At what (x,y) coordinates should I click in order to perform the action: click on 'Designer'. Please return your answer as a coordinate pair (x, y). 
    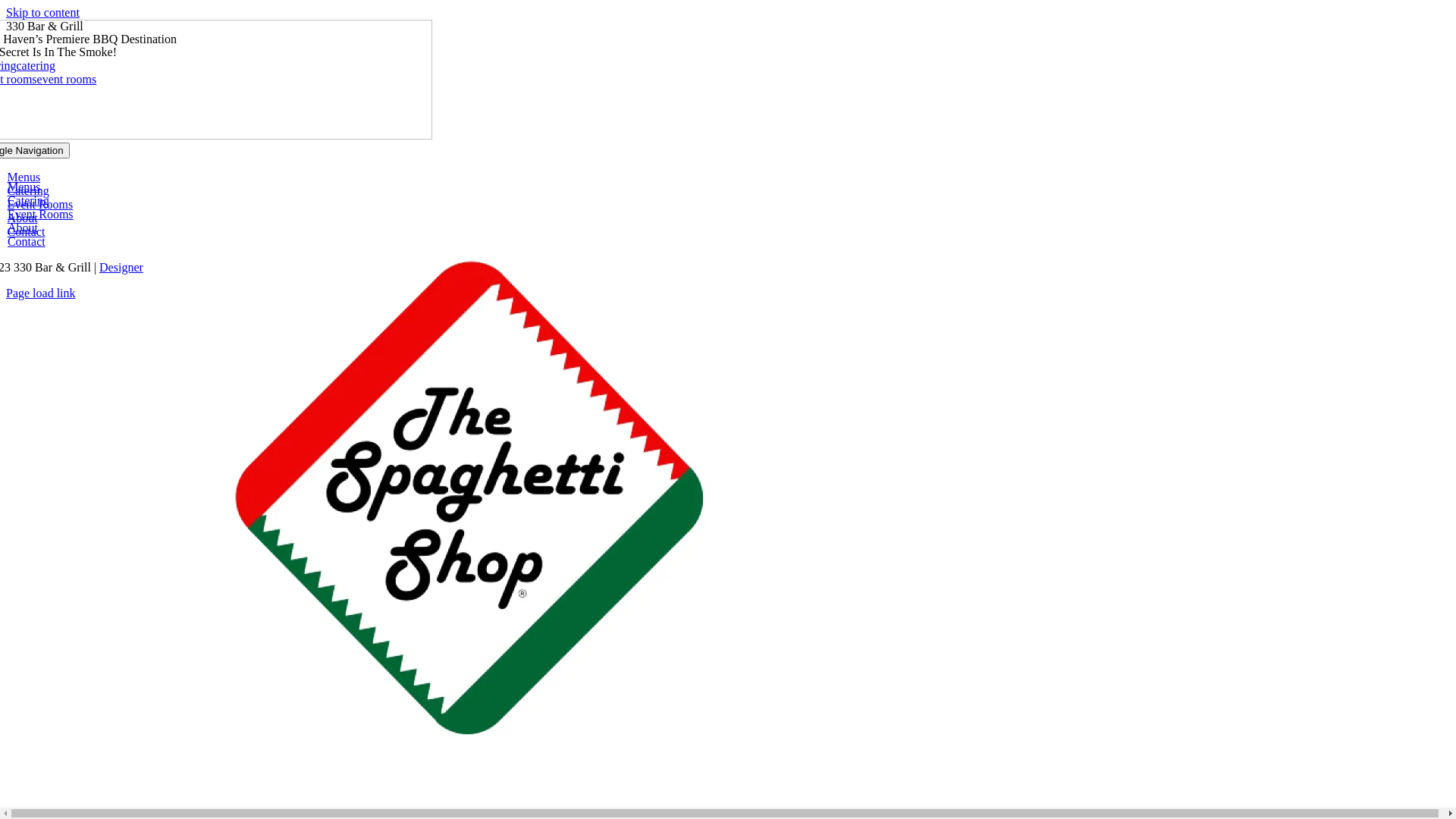
    Looking at the image, I should click on (120, 266).